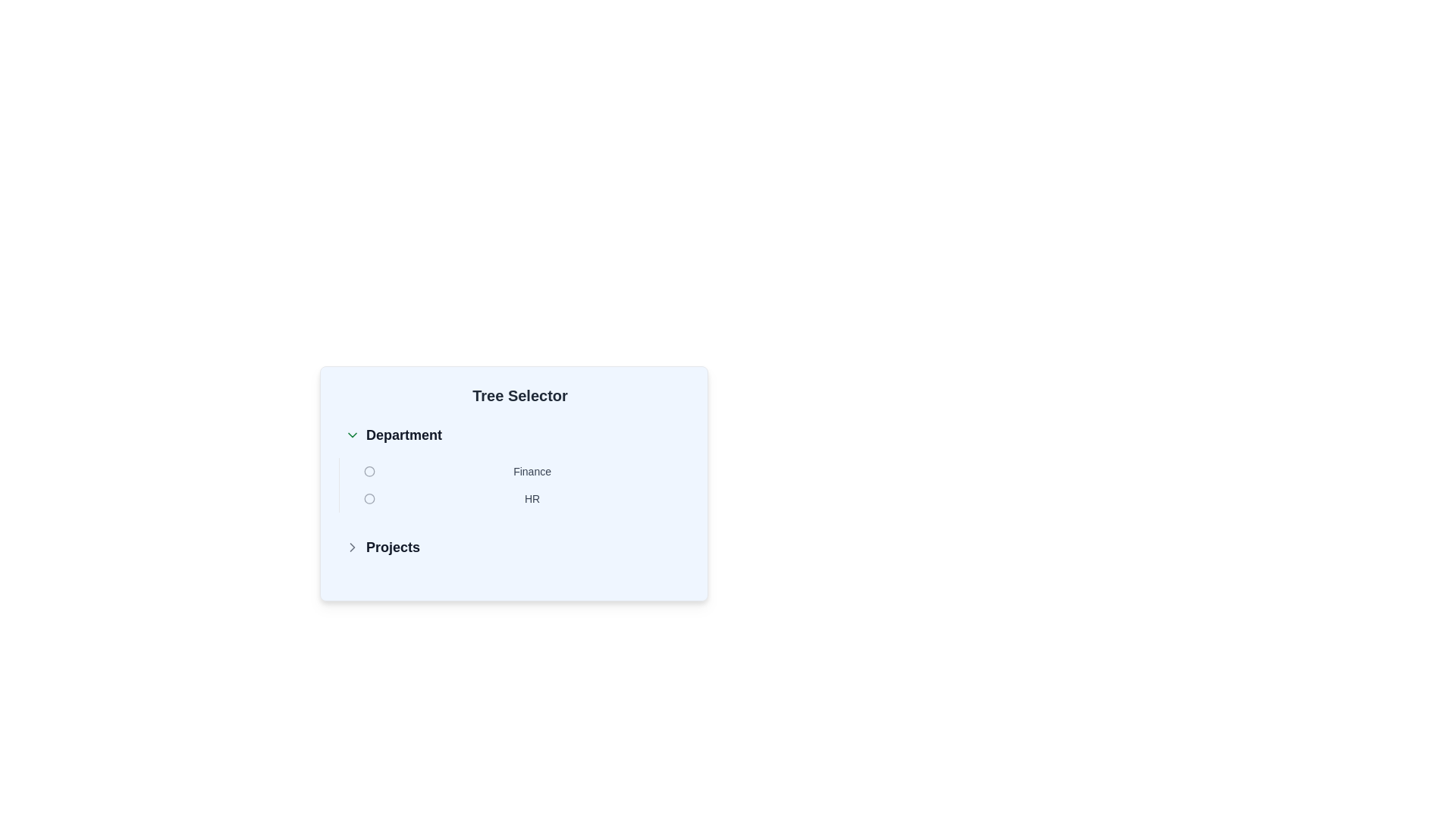  What do you see at coordinates (403, 435) in the screenshot?
I see `text of the label indicating the 'Department' section, which is the first collapsible section in the Tree Selector UI component` at bounding box center [403, 435].